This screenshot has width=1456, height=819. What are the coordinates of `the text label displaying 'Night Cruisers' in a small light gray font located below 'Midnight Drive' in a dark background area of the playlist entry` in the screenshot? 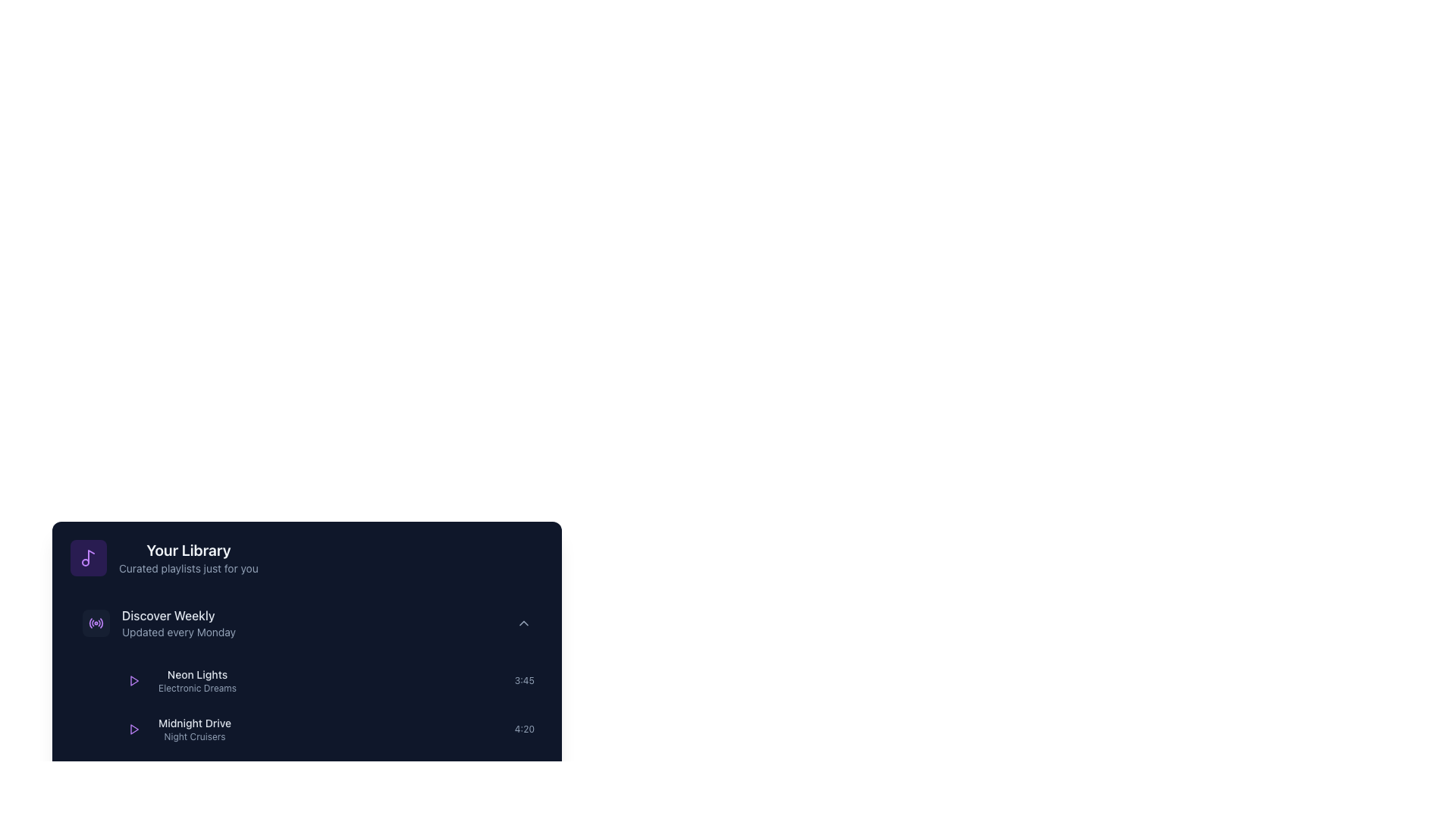 It's located at (194, 736).